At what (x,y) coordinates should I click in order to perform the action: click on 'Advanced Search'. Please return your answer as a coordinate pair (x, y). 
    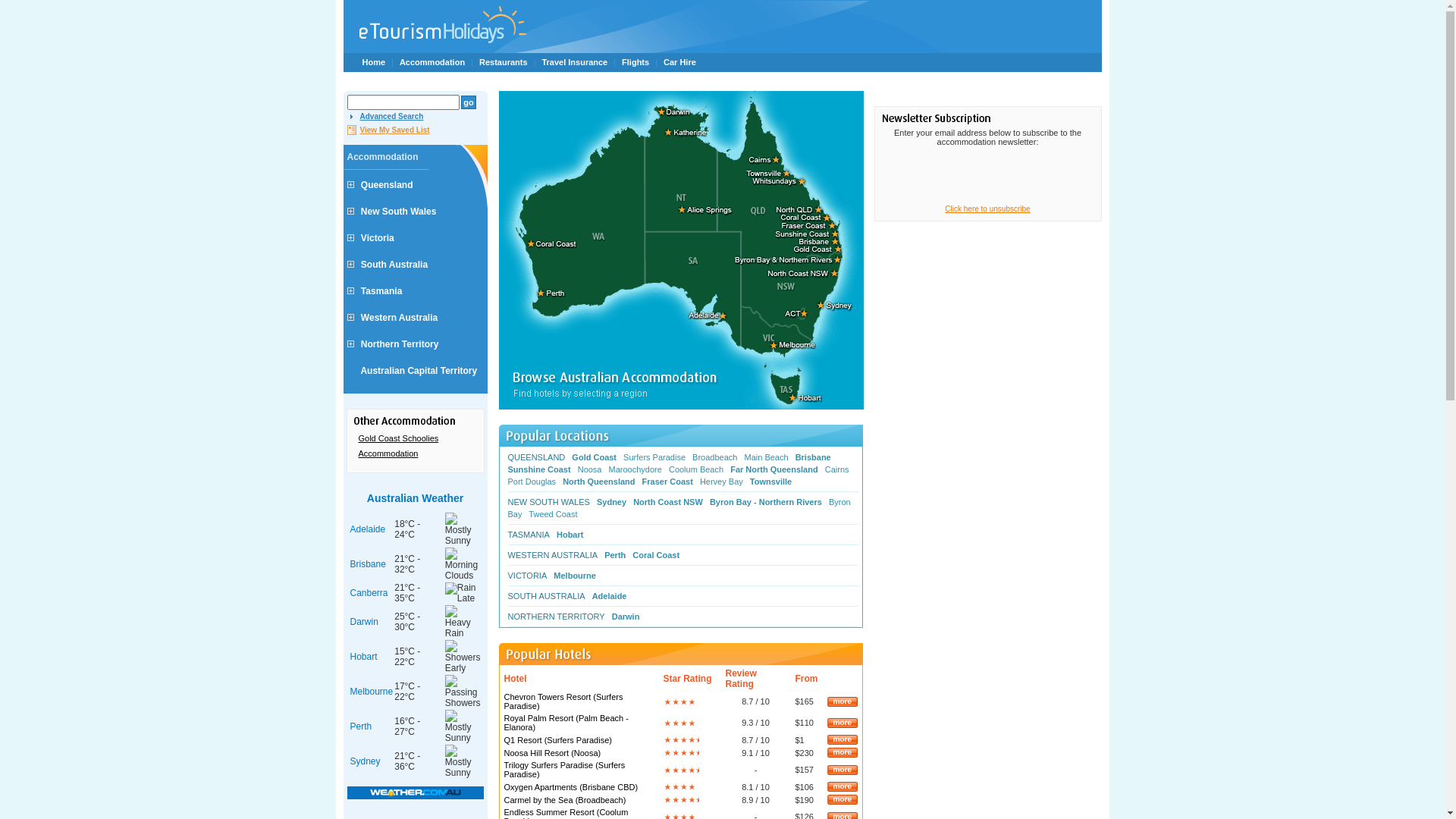
    Looking at the image, I should click on (385, 115).